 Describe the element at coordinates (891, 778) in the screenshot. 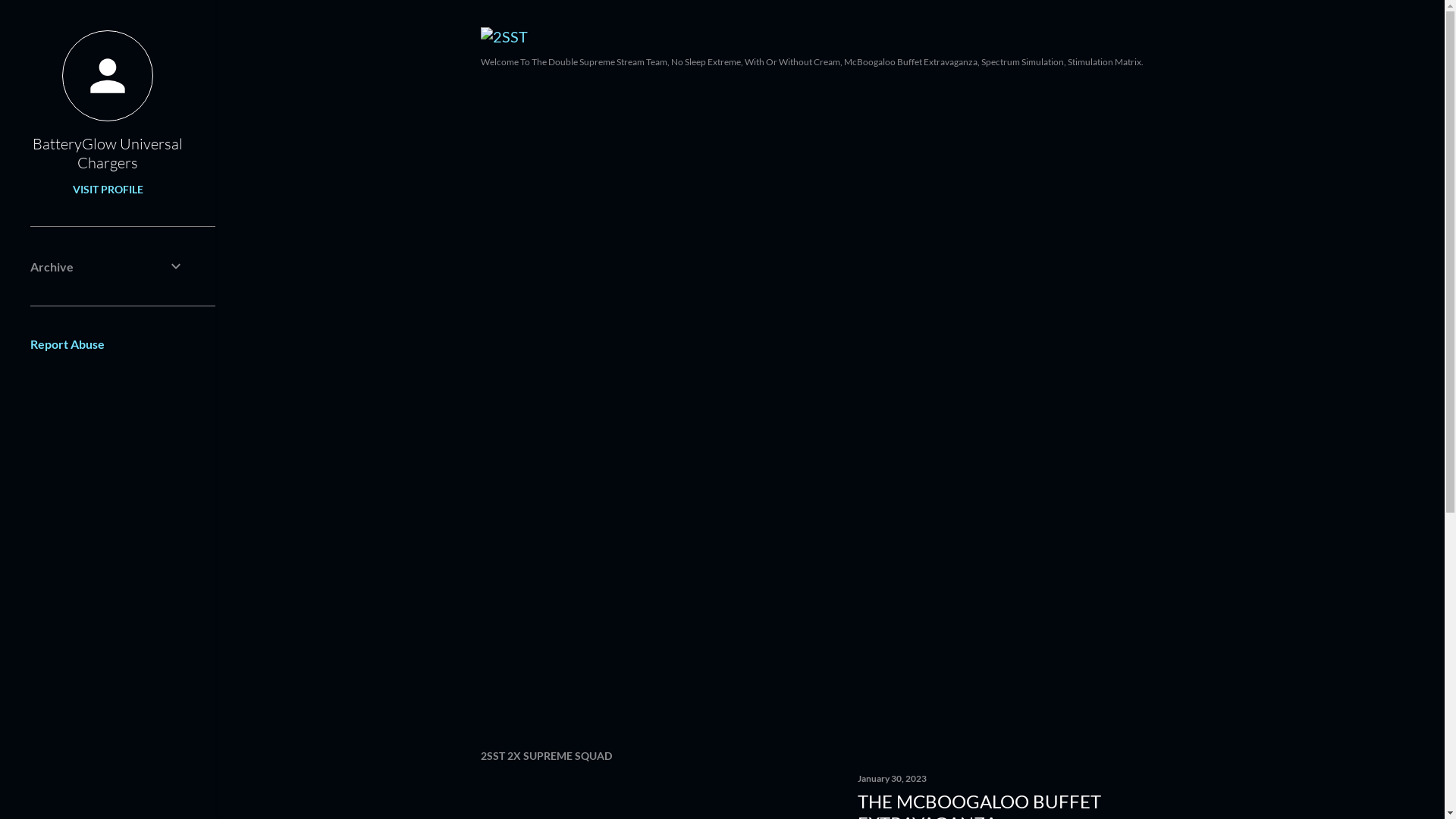

I see `'January 30, 2023'` at that location.